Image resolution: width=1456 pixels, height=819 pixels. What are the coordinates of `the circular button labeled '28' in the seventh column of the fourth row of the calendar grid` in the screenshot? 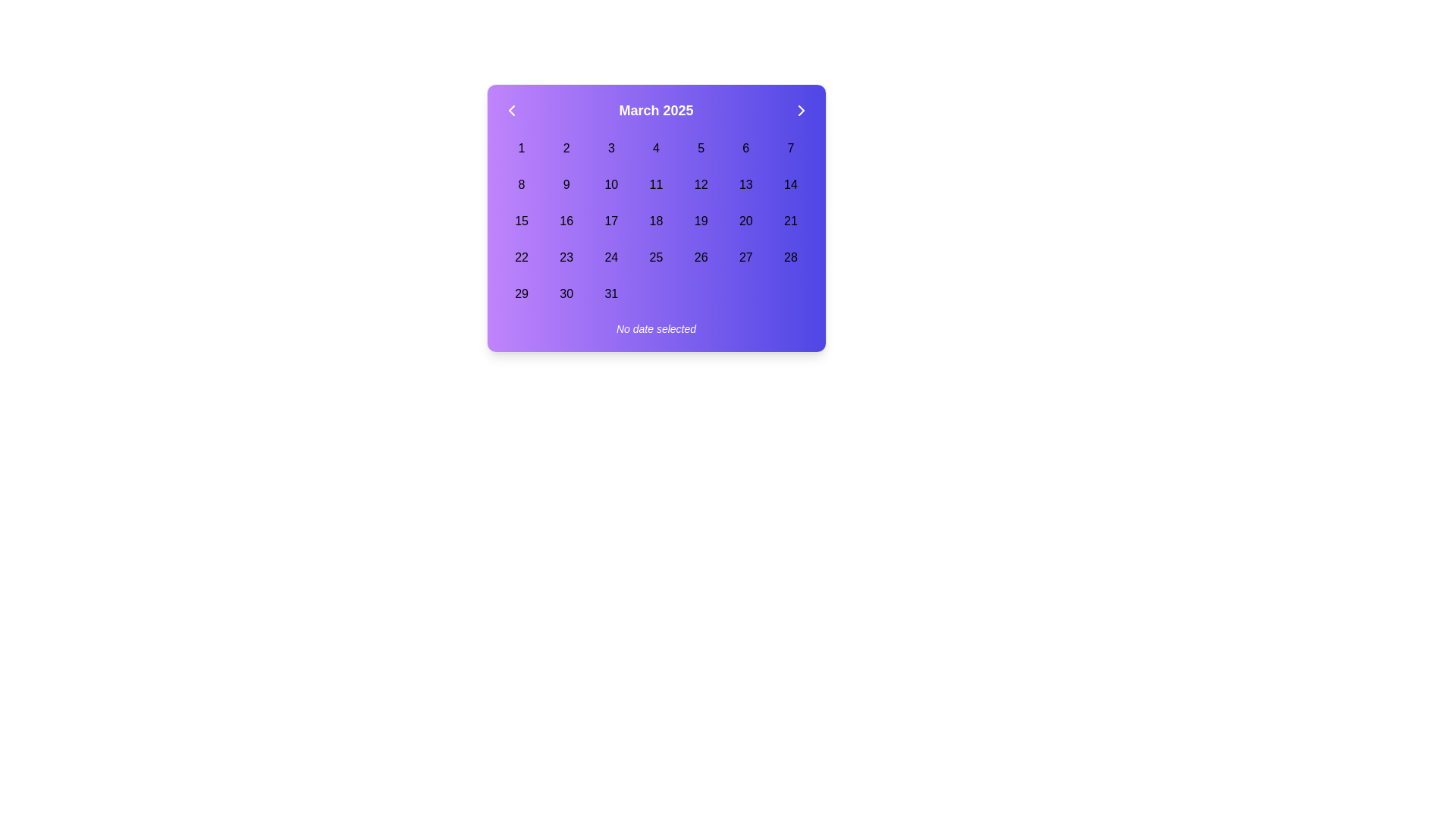 It's located at (789, 256).